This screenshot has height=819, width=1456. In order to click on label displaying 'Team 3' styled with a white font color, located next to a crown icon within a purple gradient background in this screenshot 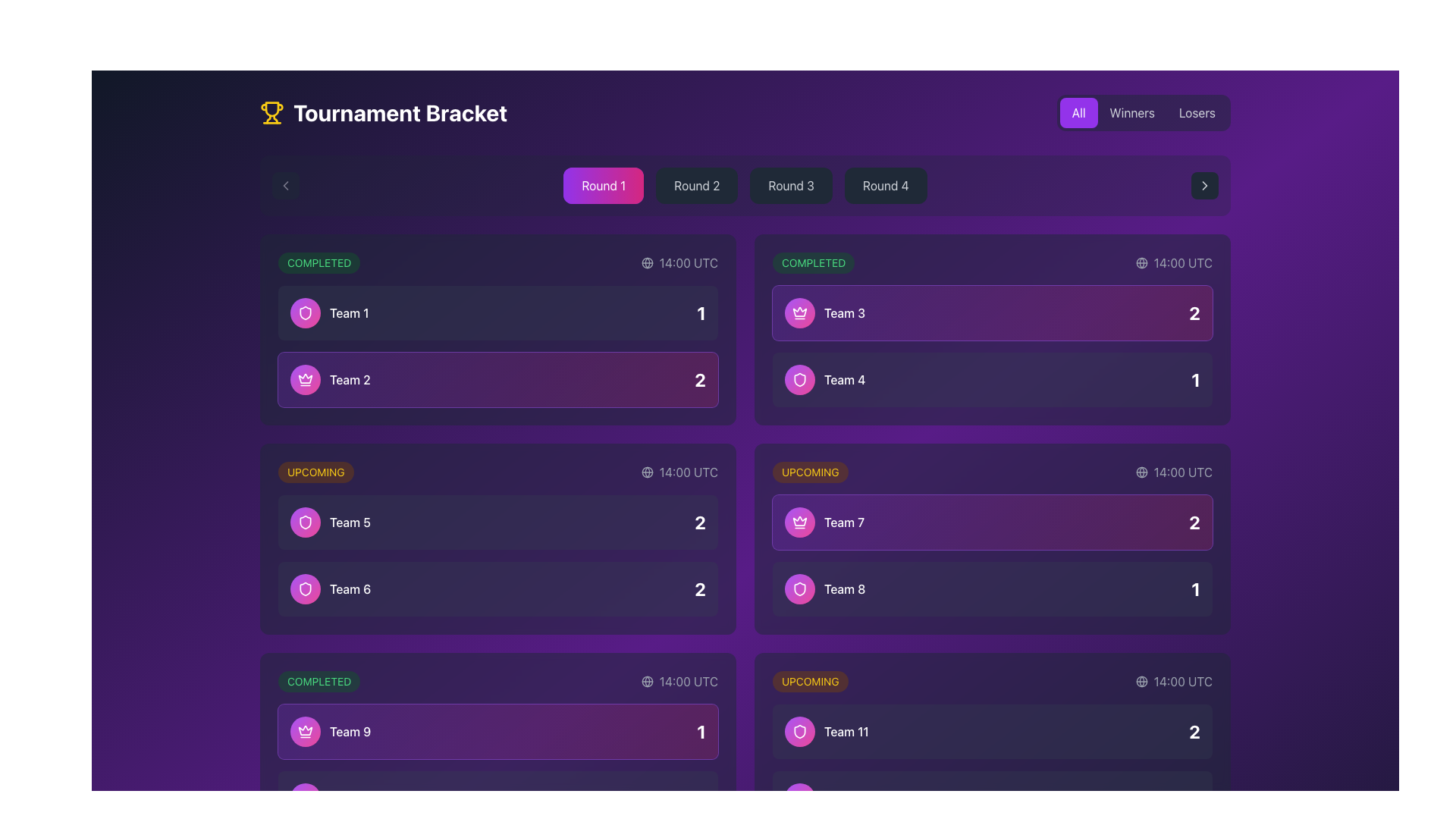, I will do `click(843, 312)`.